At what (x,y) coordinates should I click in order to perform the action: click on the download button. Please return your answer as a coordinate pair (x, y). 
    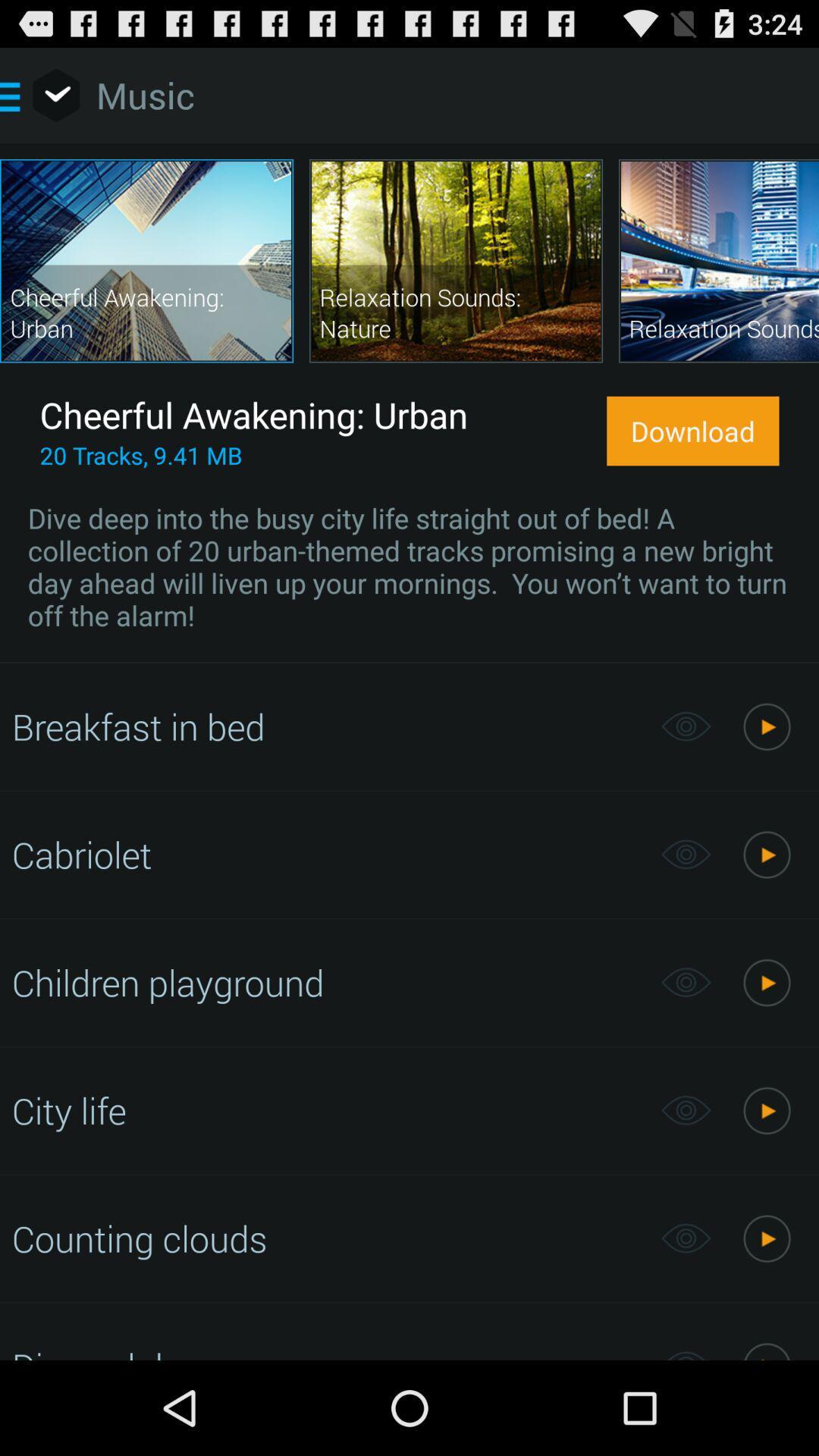
    Looking at the image, I should click on (692, 430).